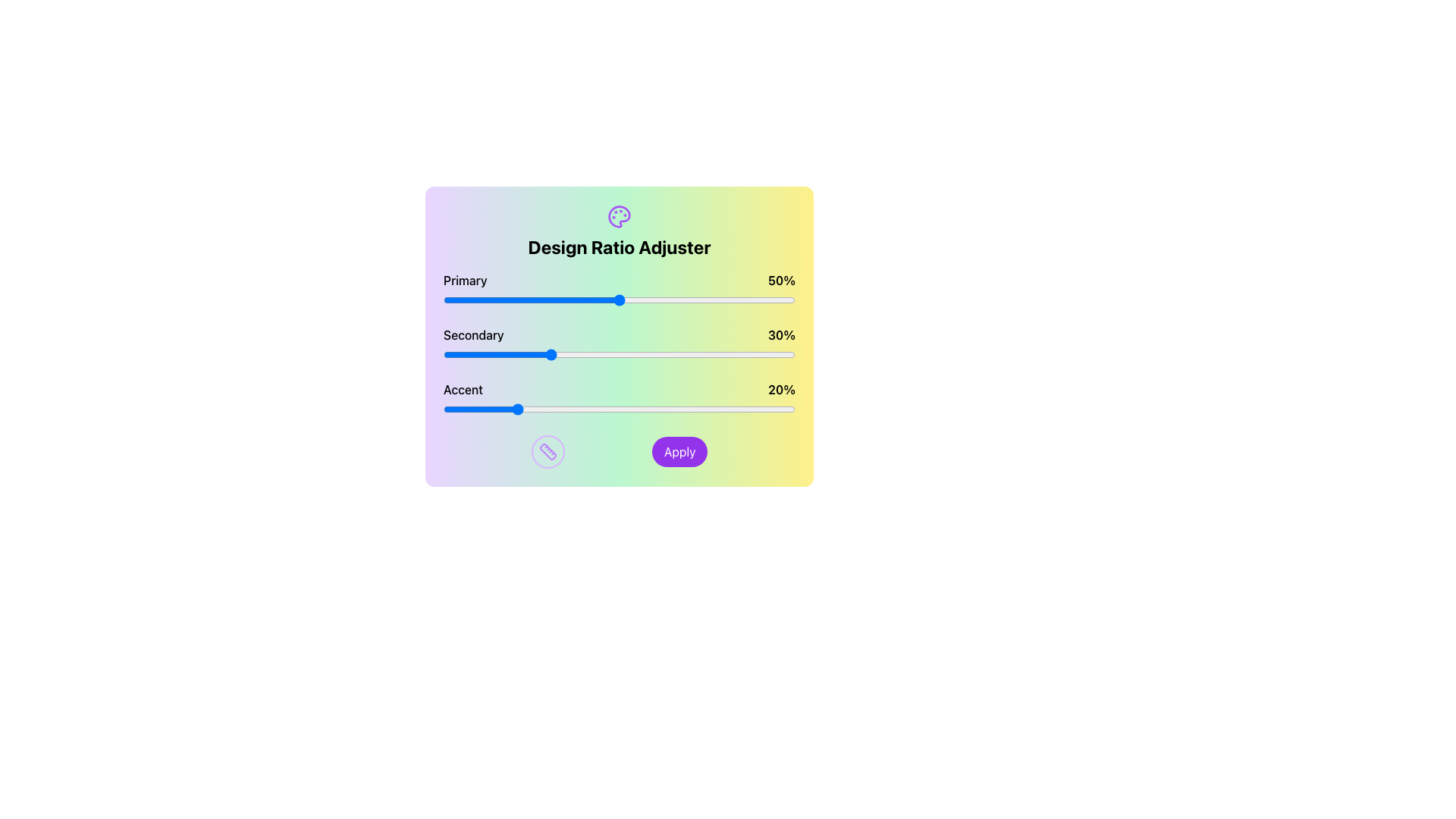 The height and width of the screenshot is (819, 1456). I want to click on the secondary slider value, so click(583, 354).